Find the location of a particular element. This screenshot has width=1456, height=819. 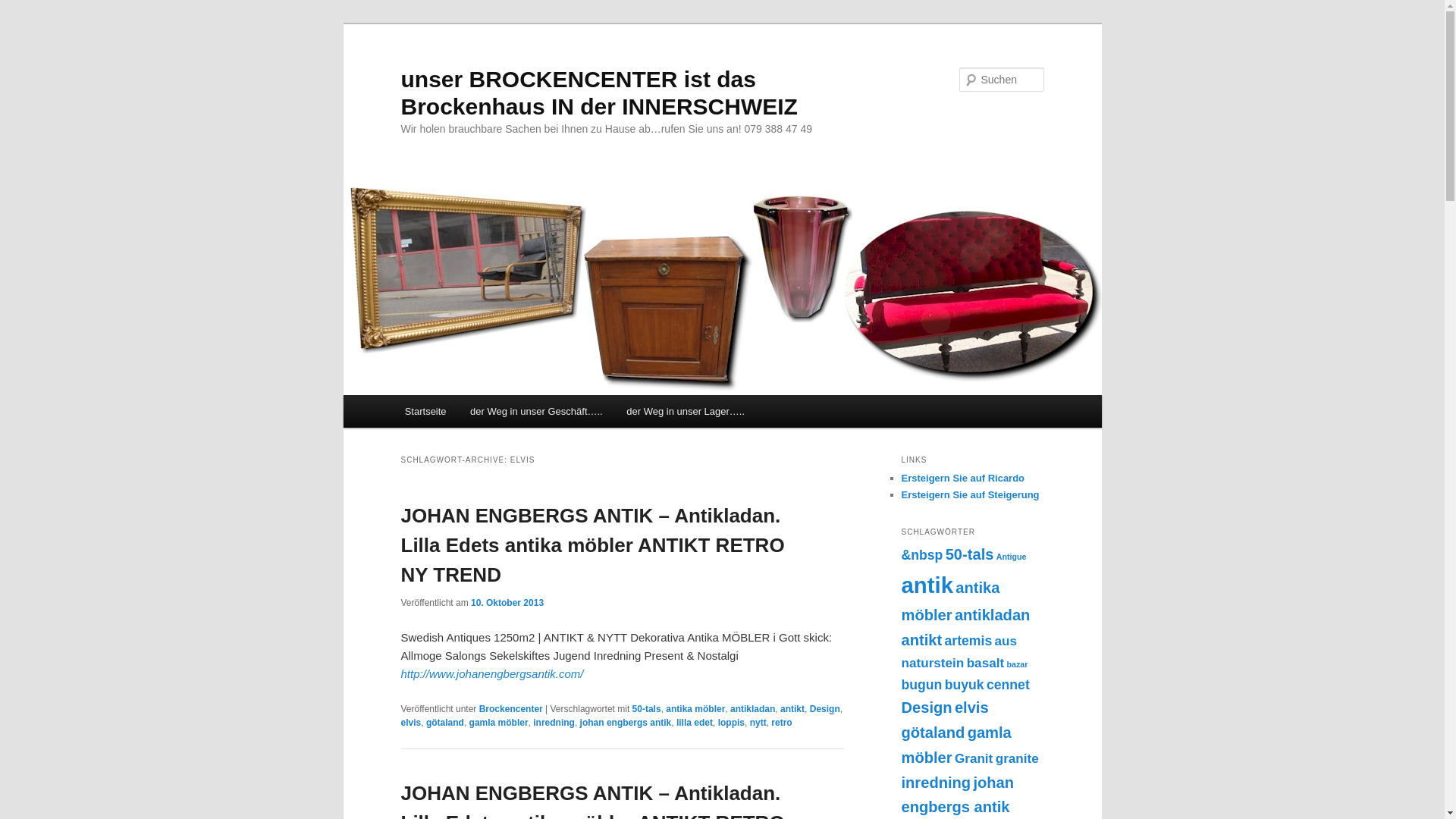

'Suchen' is located at coordinates (25, 8).